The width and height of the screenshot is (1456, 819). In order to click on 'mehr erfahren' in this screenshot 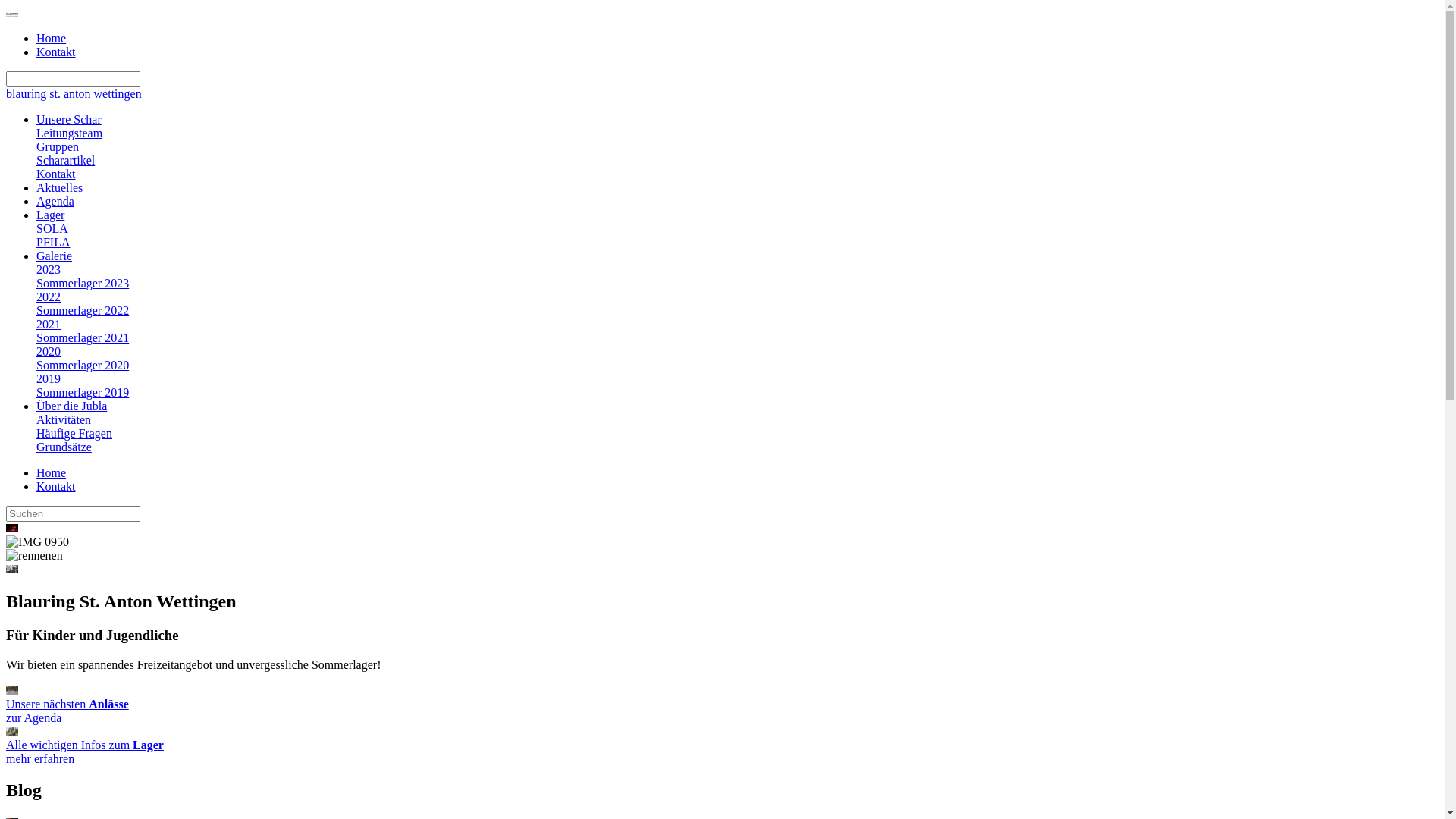, I will do `click(39, 758)`.